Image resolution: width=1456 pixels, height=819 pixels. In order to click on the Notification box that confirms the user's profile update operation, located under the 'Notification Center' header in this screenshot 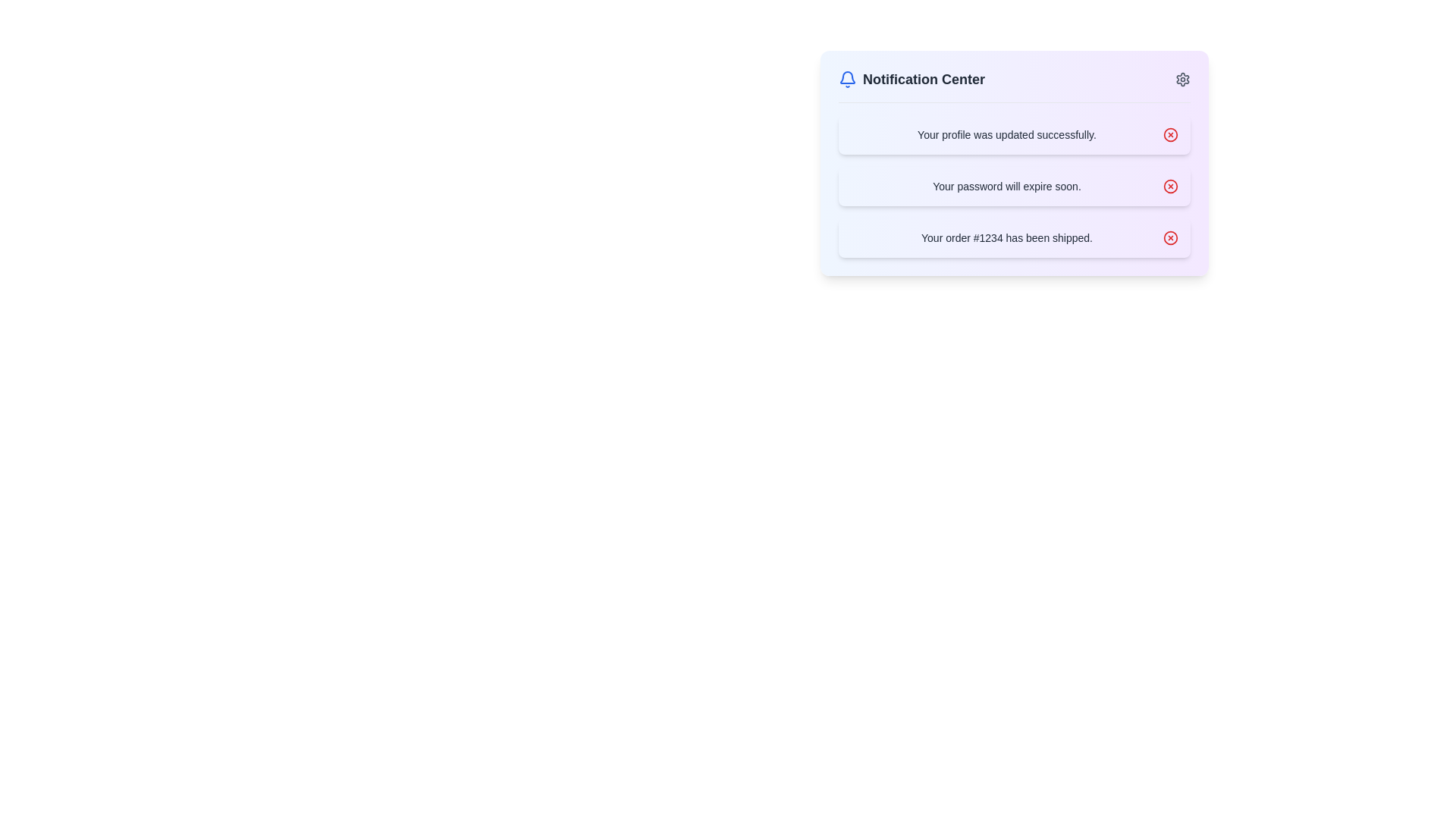, I will do `click(1015, 133)`.